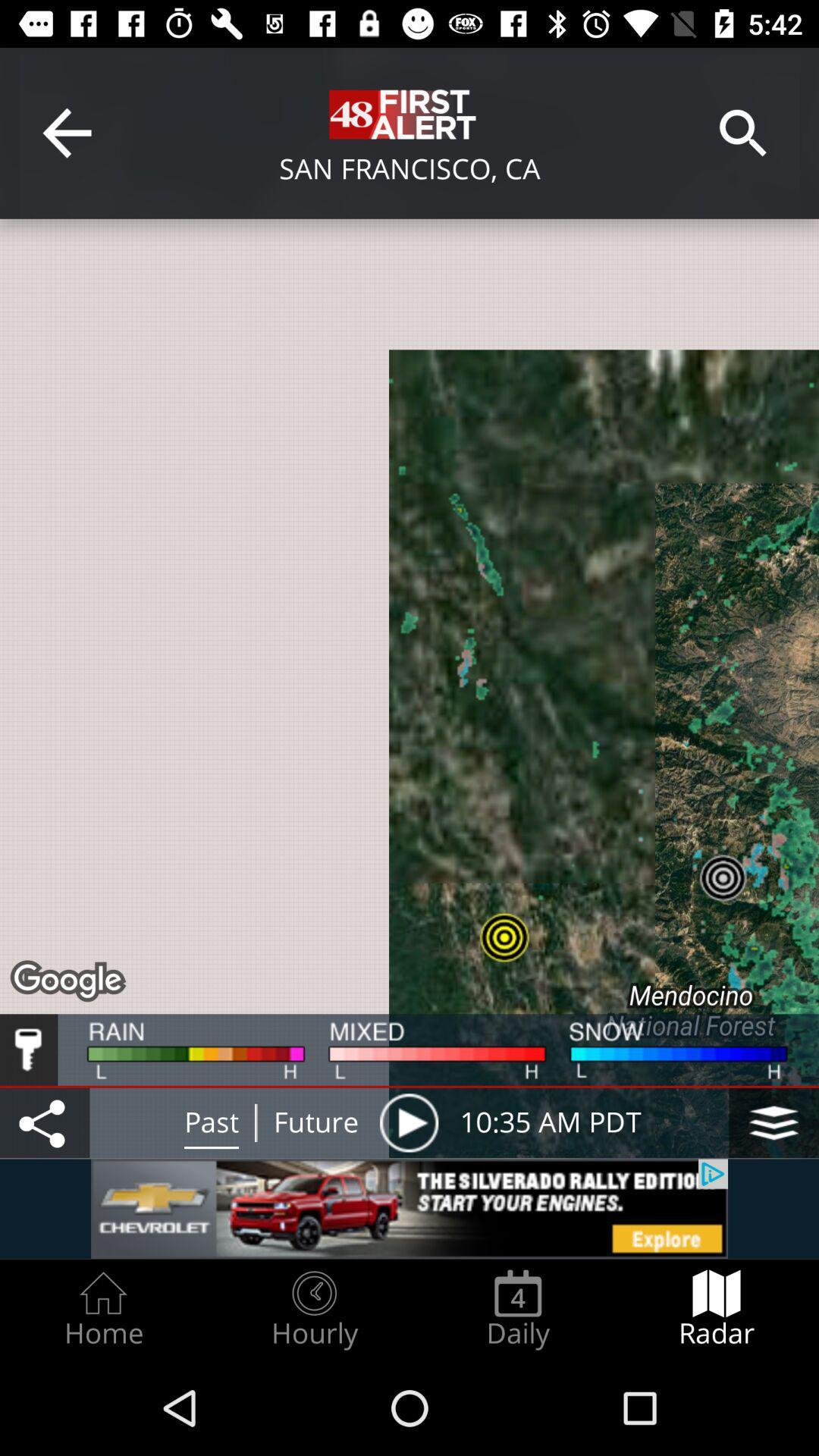  Describe the element at coordinates (408, 1122) in the screenshot. I see `play` at that location.